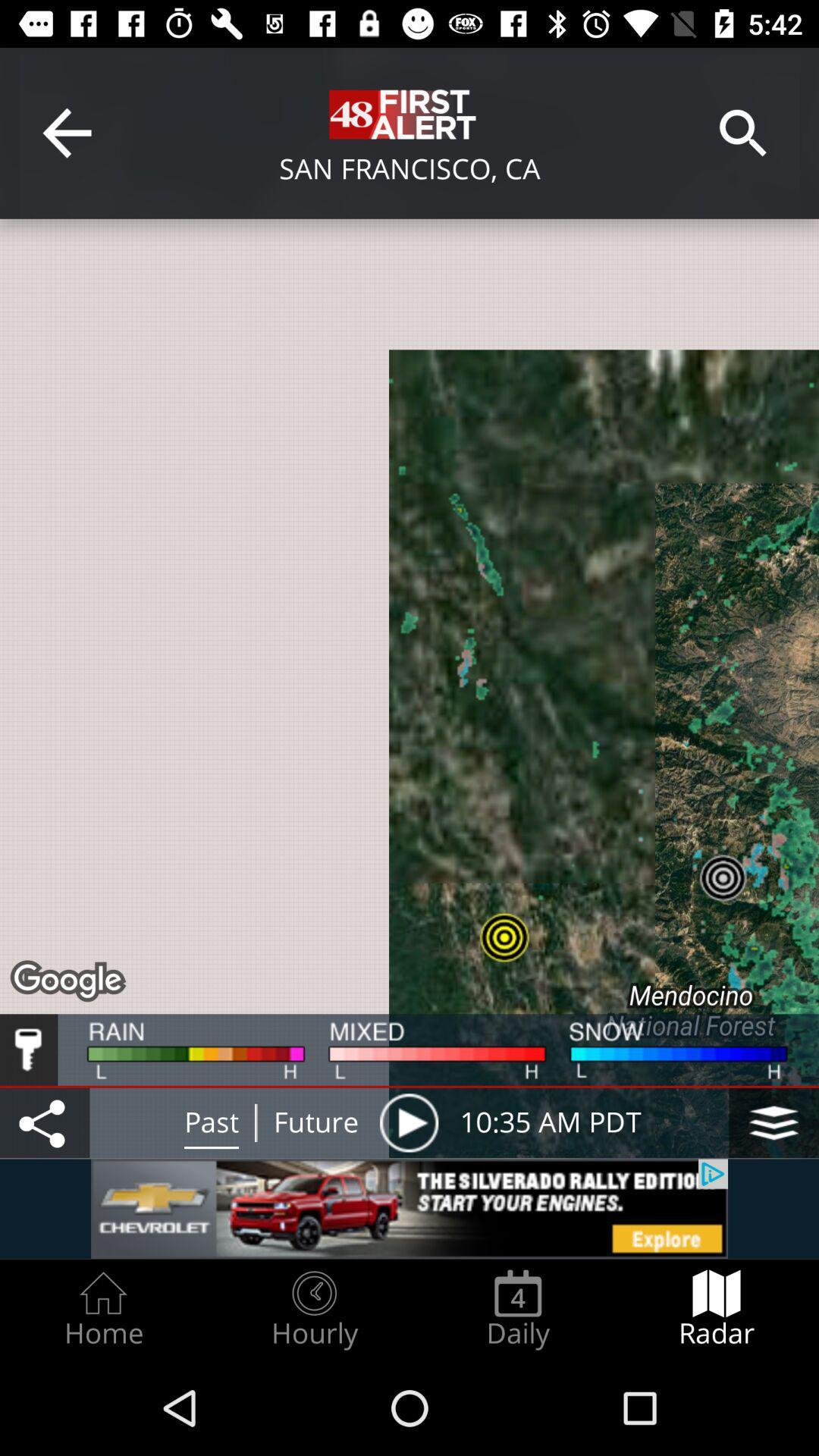  Describe the element at coordinates (408, 1122) in the screenshot. I see `play` at that location.